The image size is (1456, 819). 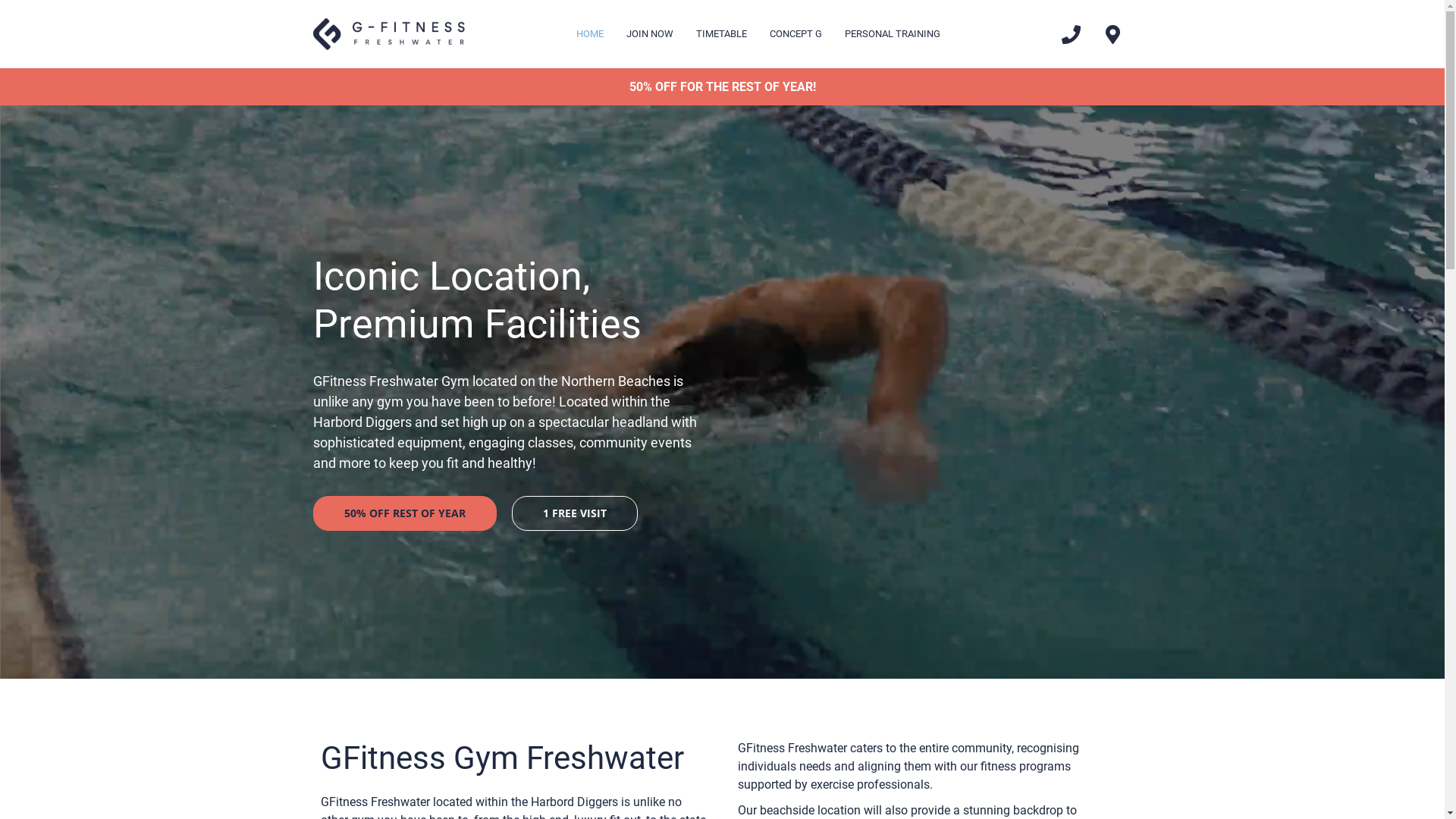 What do you see at coordinates (403, 513) in the screenshot?
I see `'50% OFF REST OF YEAR'` at bounding box center [403, 513].